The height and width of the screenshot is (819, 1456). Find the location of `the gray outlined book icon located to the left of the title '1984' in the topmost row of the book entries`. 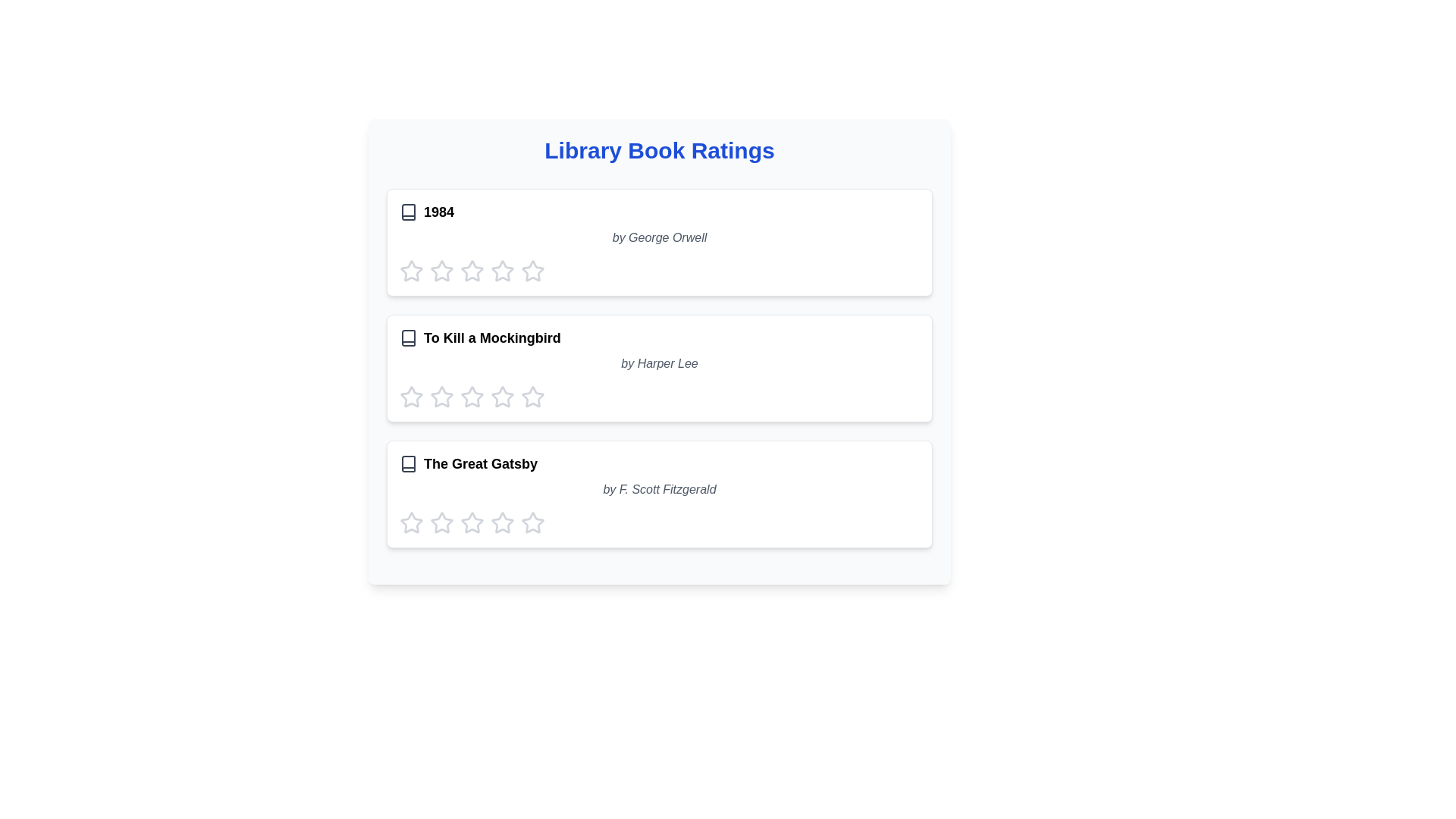

the gray outlined book icon located to the left of the title '1984' in the topmost row of the book entries is located at coordinates (408, 212).